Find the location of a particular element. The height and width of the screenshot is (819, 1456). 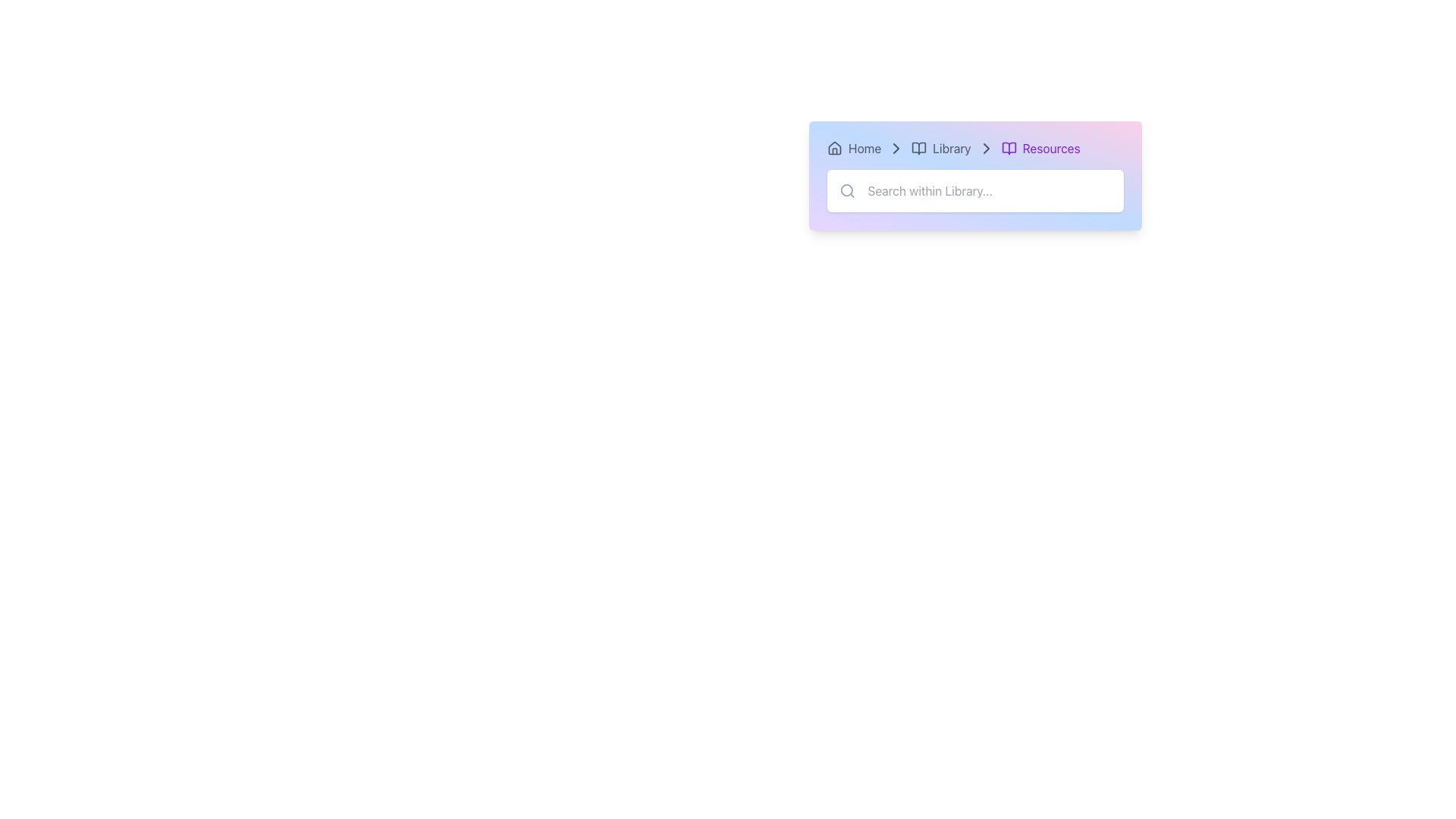

the right chevron icon in the breadcrumb navigation bar, which is positioned between the 'Home' and 'Library' text items is located at coordinates (986, 149).